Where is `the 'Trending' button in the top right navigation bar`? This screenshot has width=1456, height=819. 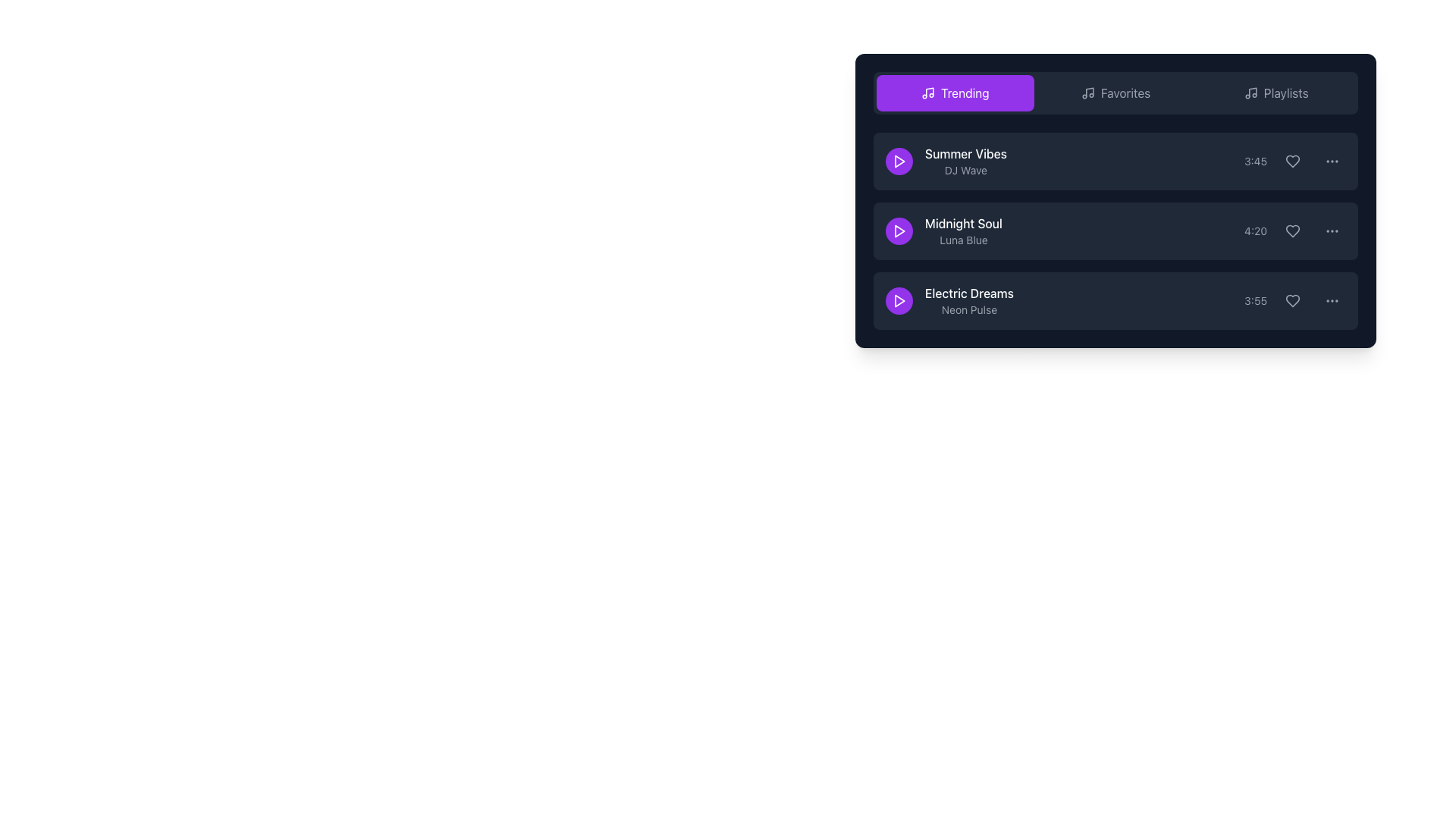
the 'Trending' button in the top right navigation bar is located at coordinates (953, 93).